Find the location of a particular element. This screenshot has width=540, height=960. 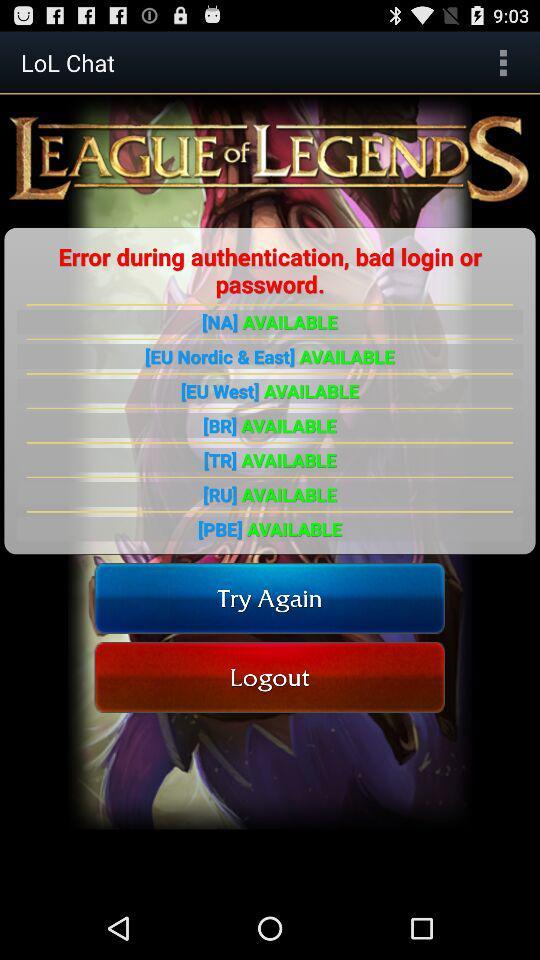

the logout button is located at coordinates (269, 677).